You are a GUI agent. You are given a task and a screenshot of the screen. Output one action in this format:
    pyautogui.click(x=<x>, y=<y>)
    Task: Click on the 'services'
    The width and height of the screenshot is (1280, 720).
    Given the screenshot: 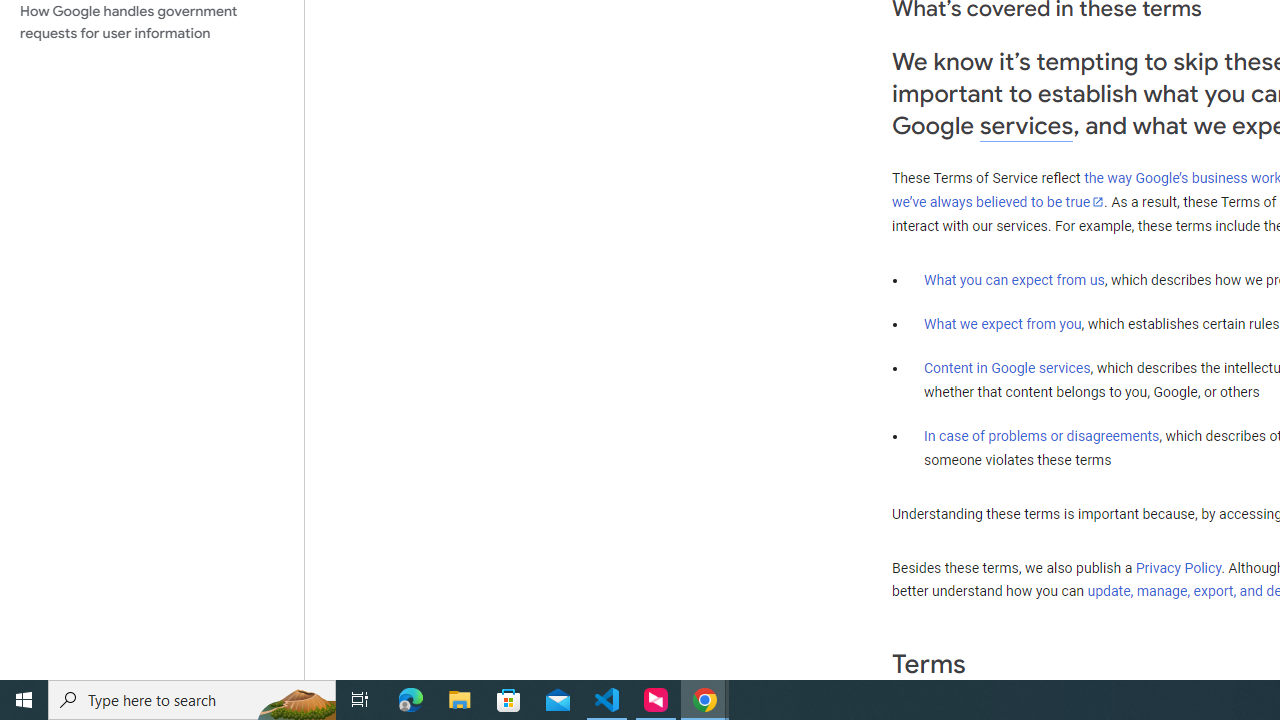 What is the action you would take?
    pyautogui.click(x=1026, y=125)
    